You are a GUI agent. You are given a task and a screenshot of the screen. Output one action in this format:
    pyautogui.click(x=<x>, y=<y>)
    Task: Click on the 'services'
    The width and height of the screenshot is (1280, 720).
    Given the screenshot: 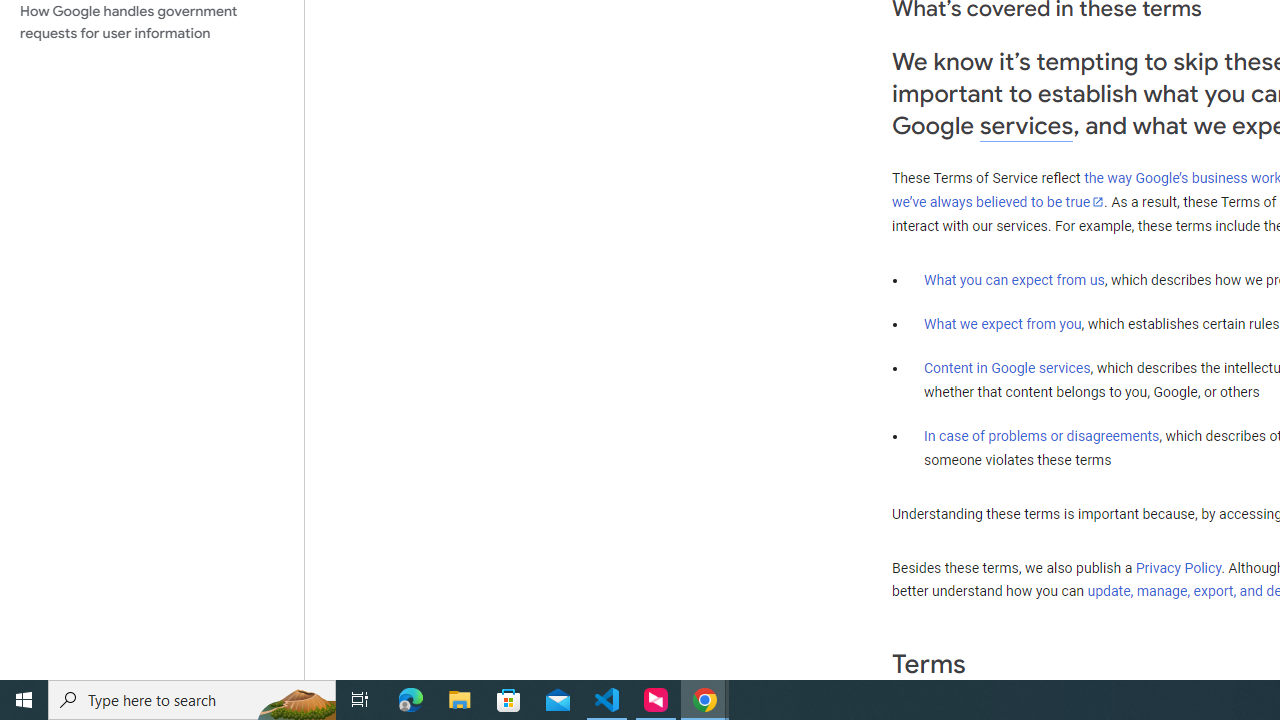 What is the action you would take?
    pyautogui.click(x=1026, y=125)
    